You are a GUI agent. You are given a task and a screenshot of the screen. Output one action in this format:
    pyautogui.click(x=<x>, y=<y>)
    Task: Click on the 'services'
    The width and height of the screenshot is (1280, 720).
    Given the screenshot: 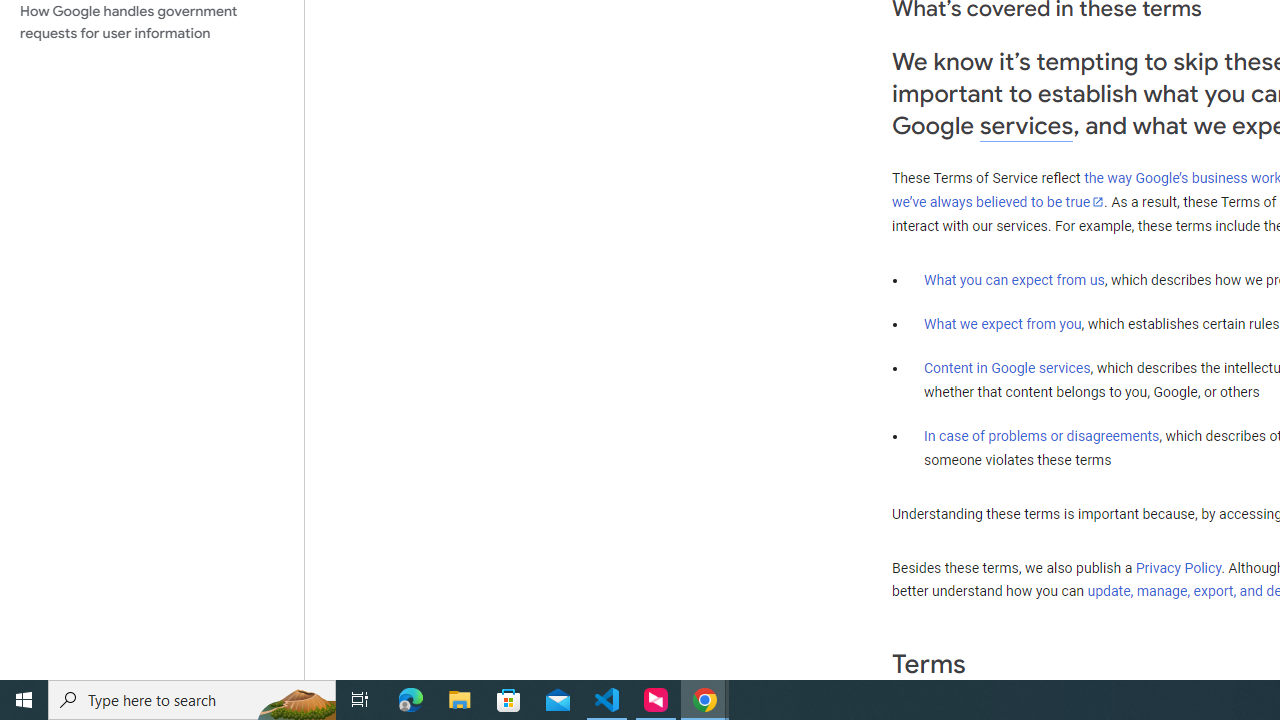 What is the action you would take?
    pyautogui.click(x=1026, y=125)
    